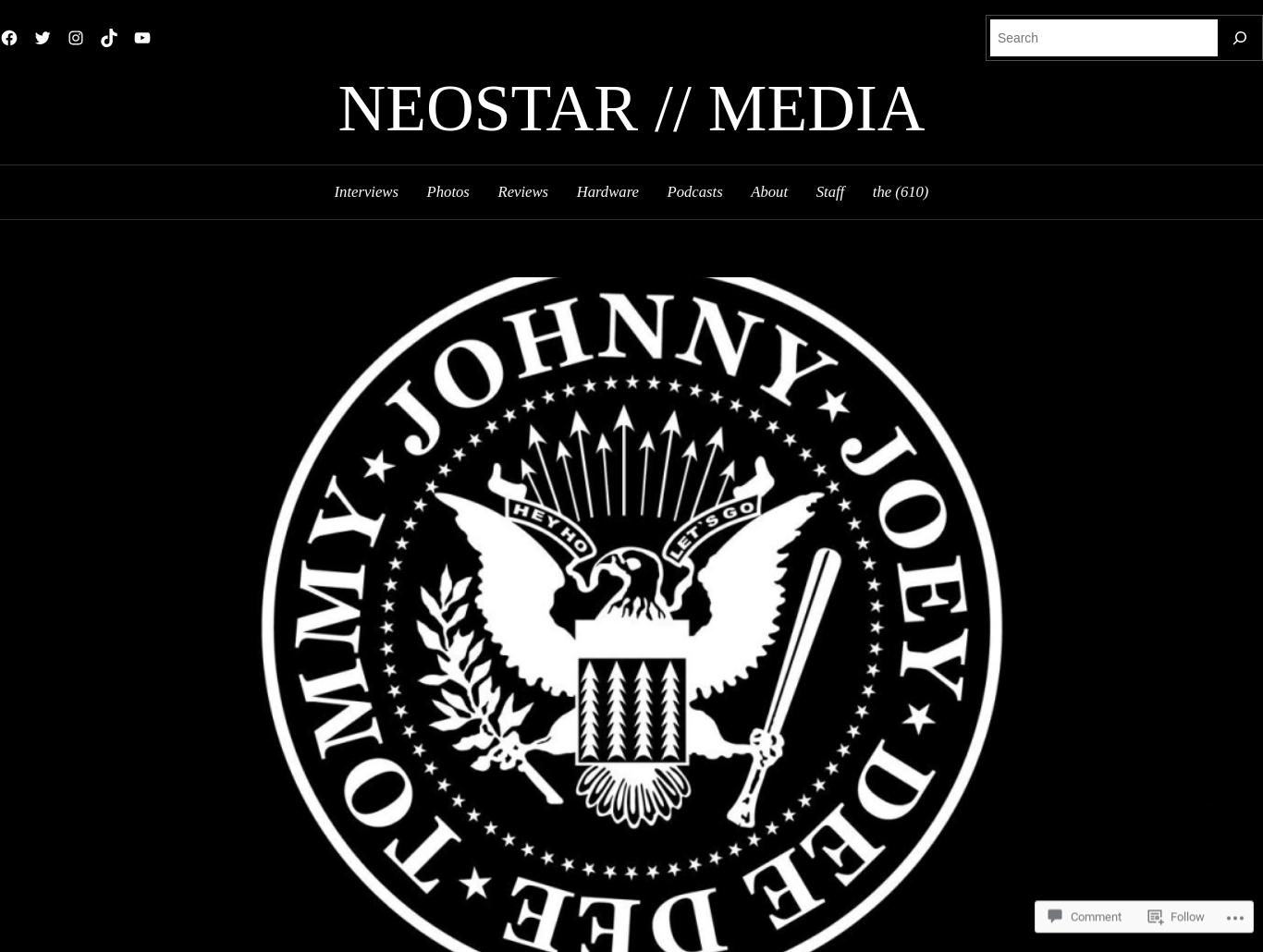  Describe the element at coordinates (575, 190) in the screenshot. I see `'Hardware'` at that location.